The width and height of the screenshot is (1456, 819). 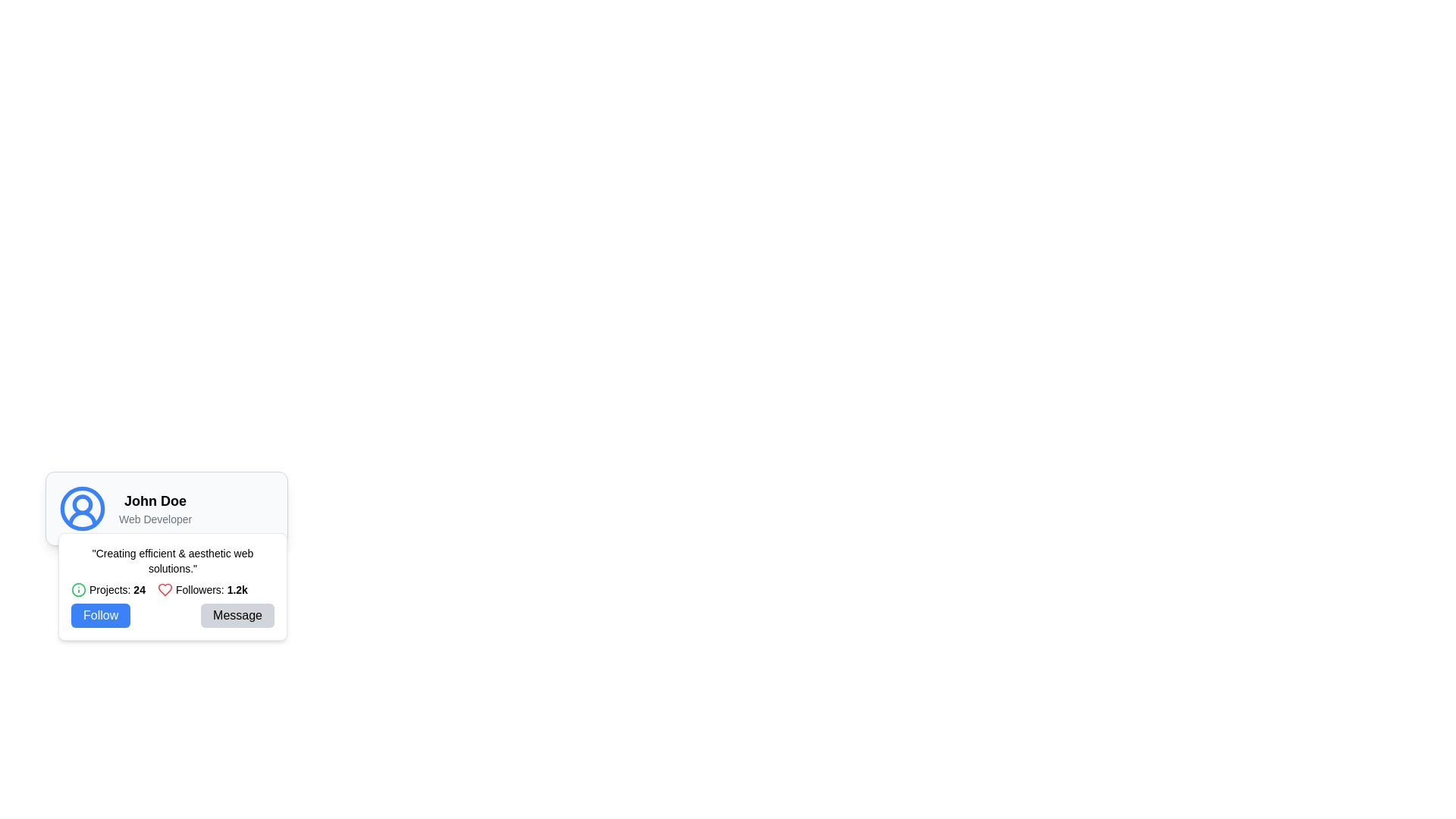 I want to click on the label with an information icon and text 'Projects: 24' located in the lower portion of the user's profile card, so click(x=108, y=589).